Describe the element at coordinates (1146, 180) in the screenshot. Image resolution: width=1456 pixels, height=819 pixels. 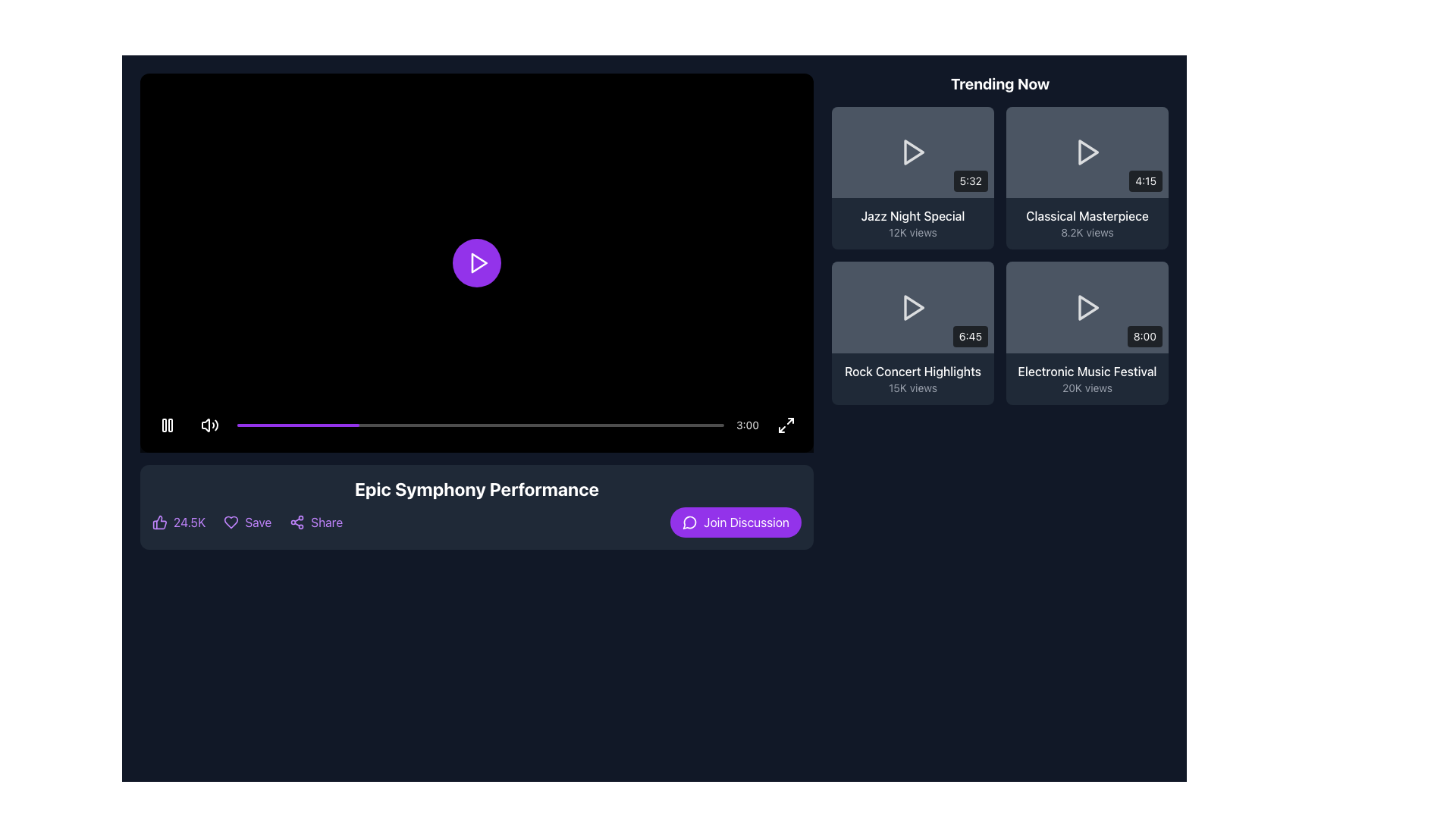
I see `the label styled as a small rectangular badge with a black background and white text reading '4:15', located at the bottom-right corner of the video thumbnail interface` at that location.